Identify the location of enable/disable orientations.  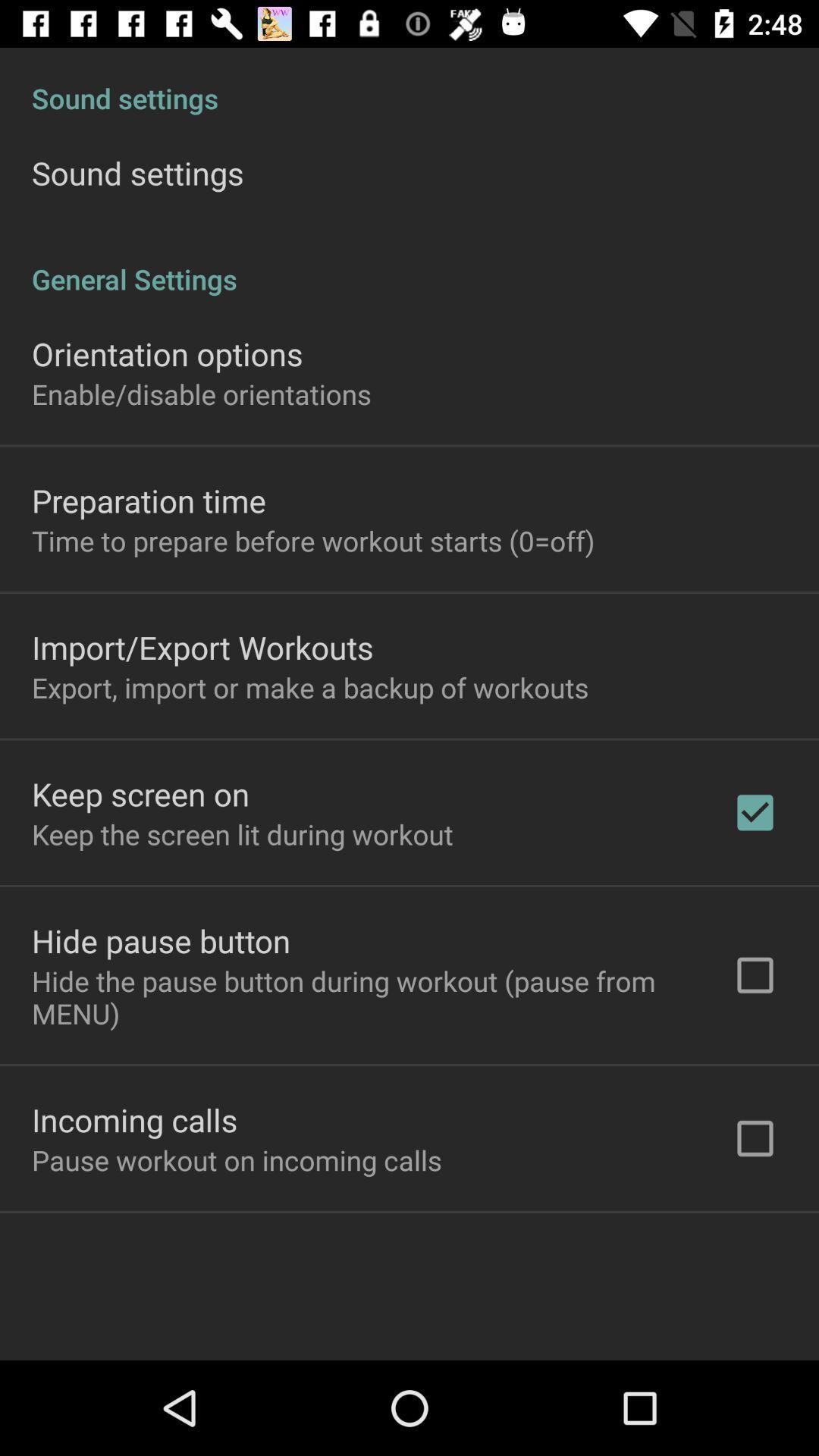
(200, 394).